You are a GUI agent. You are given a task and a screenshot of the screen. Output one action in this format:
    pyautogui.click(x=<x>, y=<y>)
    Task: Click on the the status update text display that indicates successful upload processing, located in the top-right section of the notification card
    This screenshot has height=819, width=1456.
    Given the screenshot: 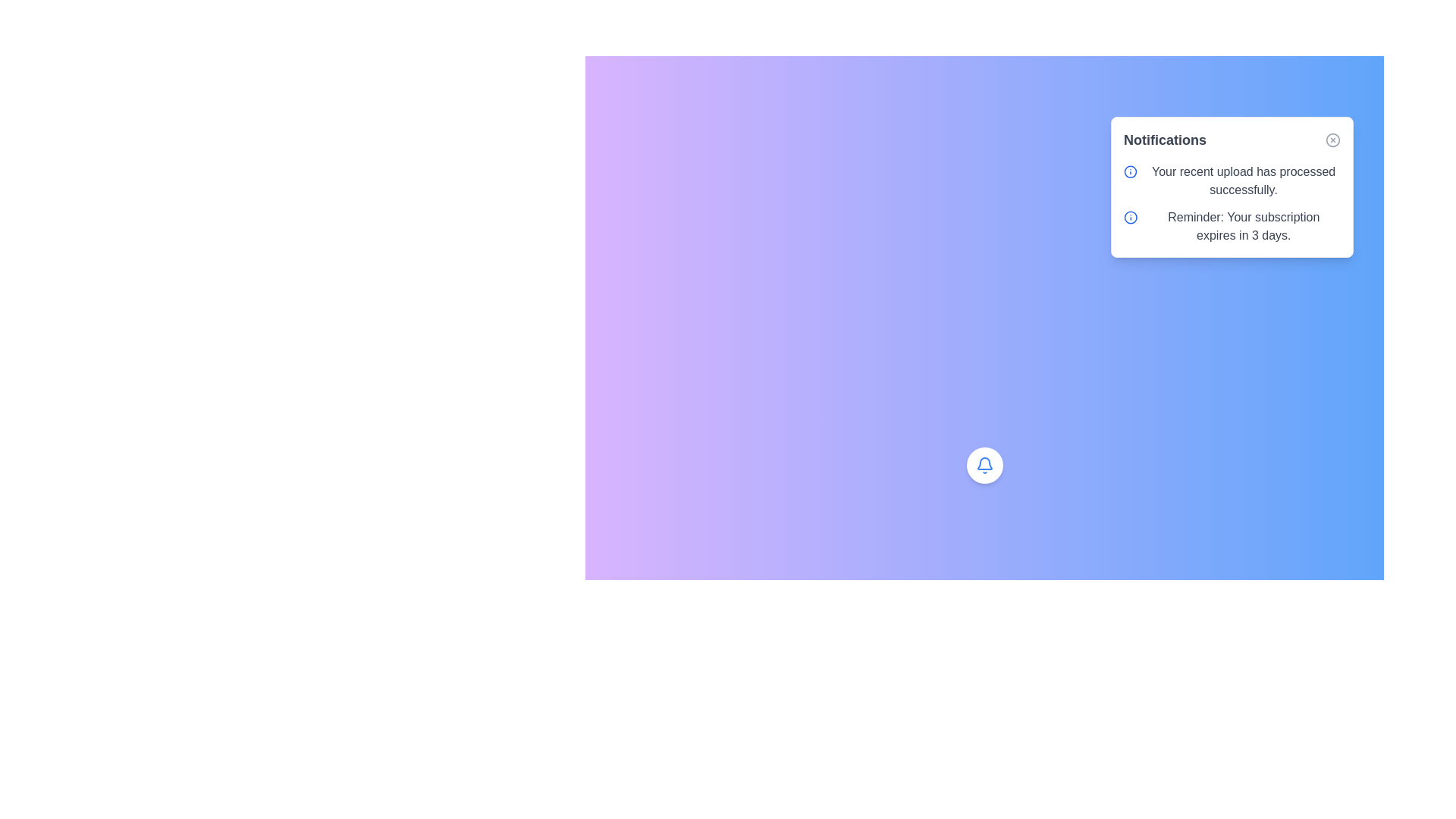 What is the action you would take?
    pyautogui.click(x=1244, y=180)
    